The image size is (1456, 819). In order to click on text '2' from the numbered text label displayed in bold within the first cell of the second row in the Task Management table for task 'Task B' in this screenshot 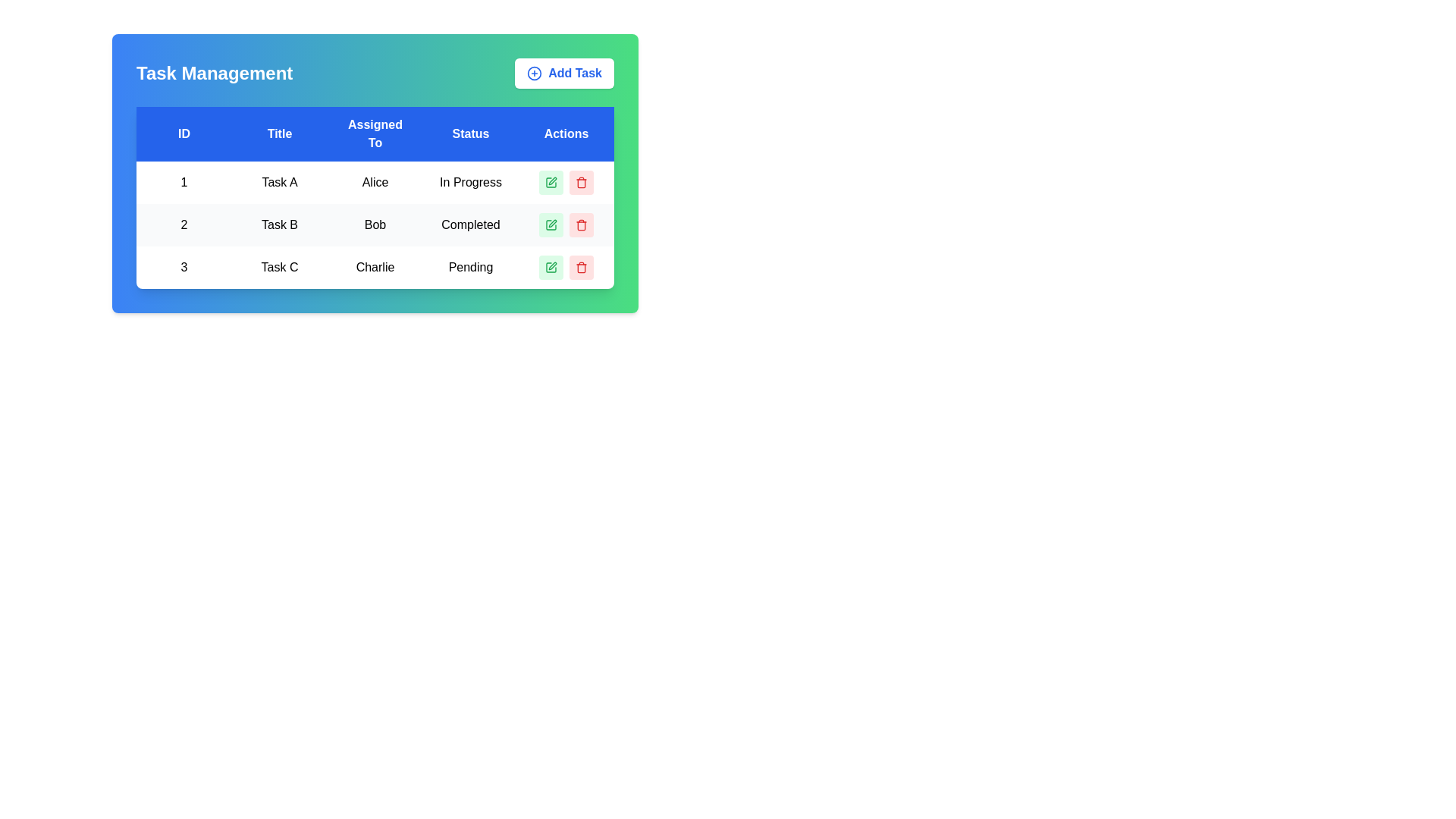, I will do `click(184, 225)`.